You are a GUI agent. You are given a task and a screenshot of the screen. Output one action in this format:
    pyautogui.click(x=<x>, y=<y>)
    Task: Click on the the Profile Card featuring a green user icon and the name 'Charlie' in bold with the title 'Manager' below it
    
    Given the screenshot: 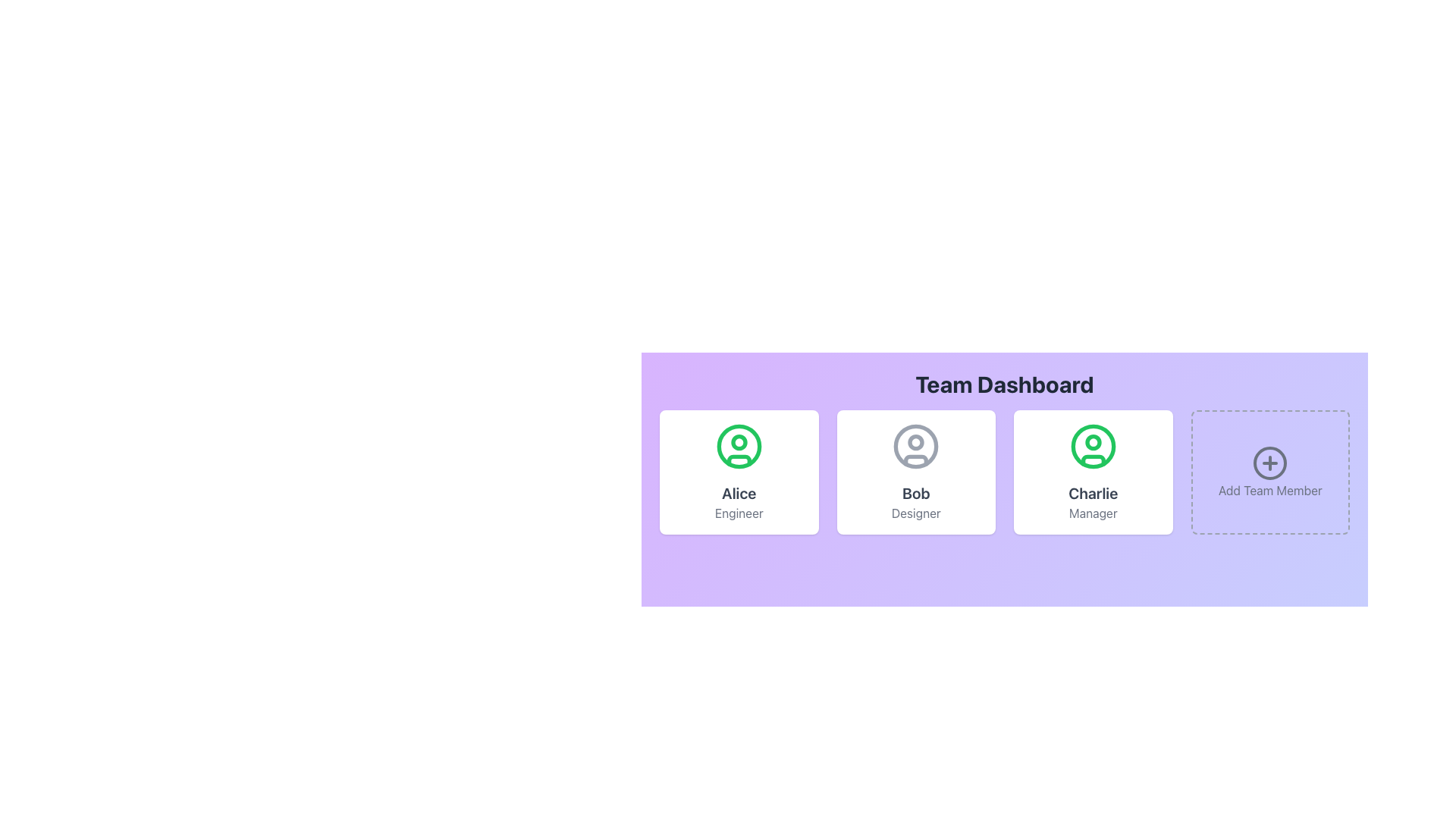 What is the action you would take?
    pyautogui.click(x=1093, y=472)
    